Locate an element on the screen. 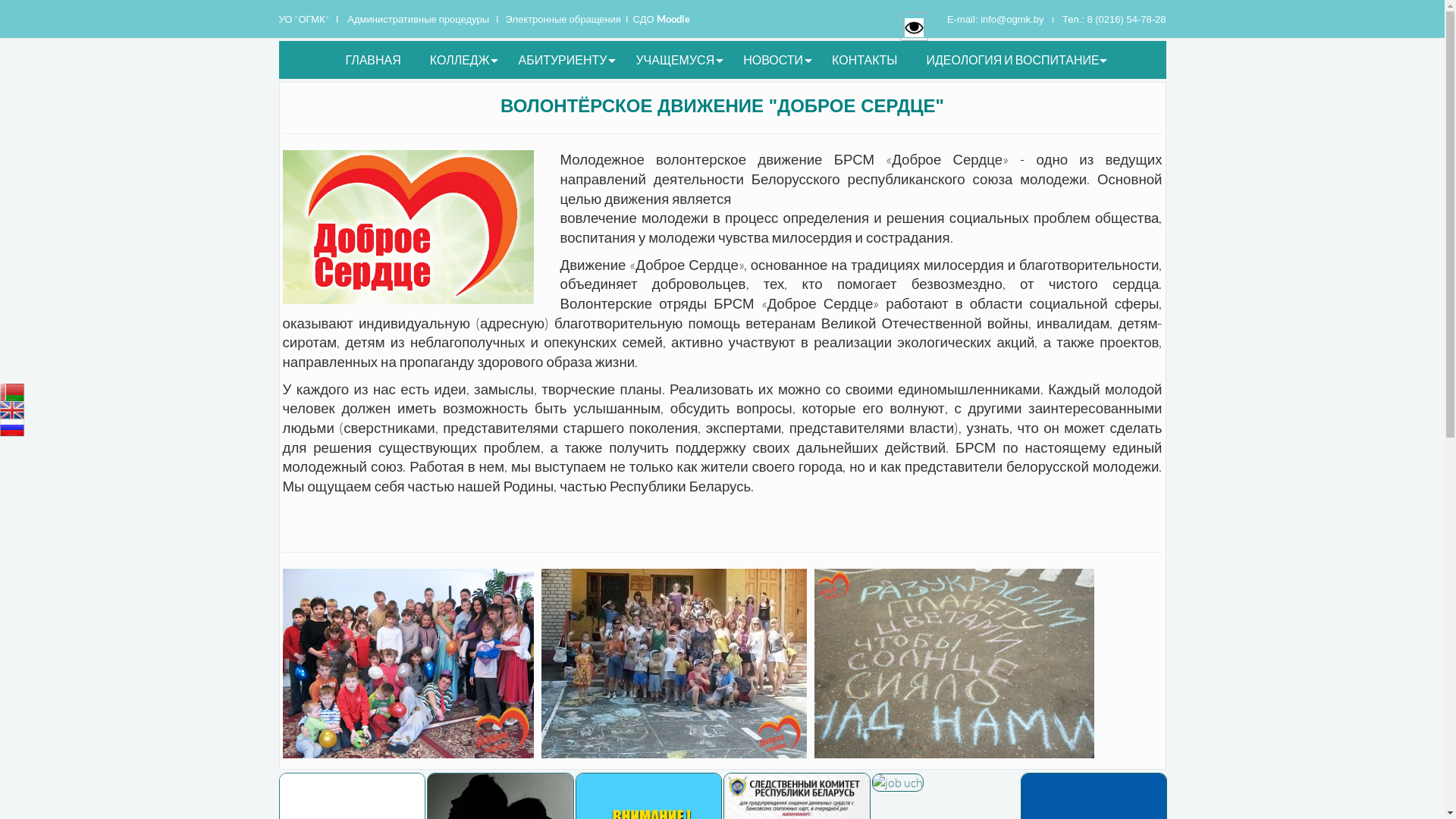  'Belarusian' is located at coordinates (11, 391).